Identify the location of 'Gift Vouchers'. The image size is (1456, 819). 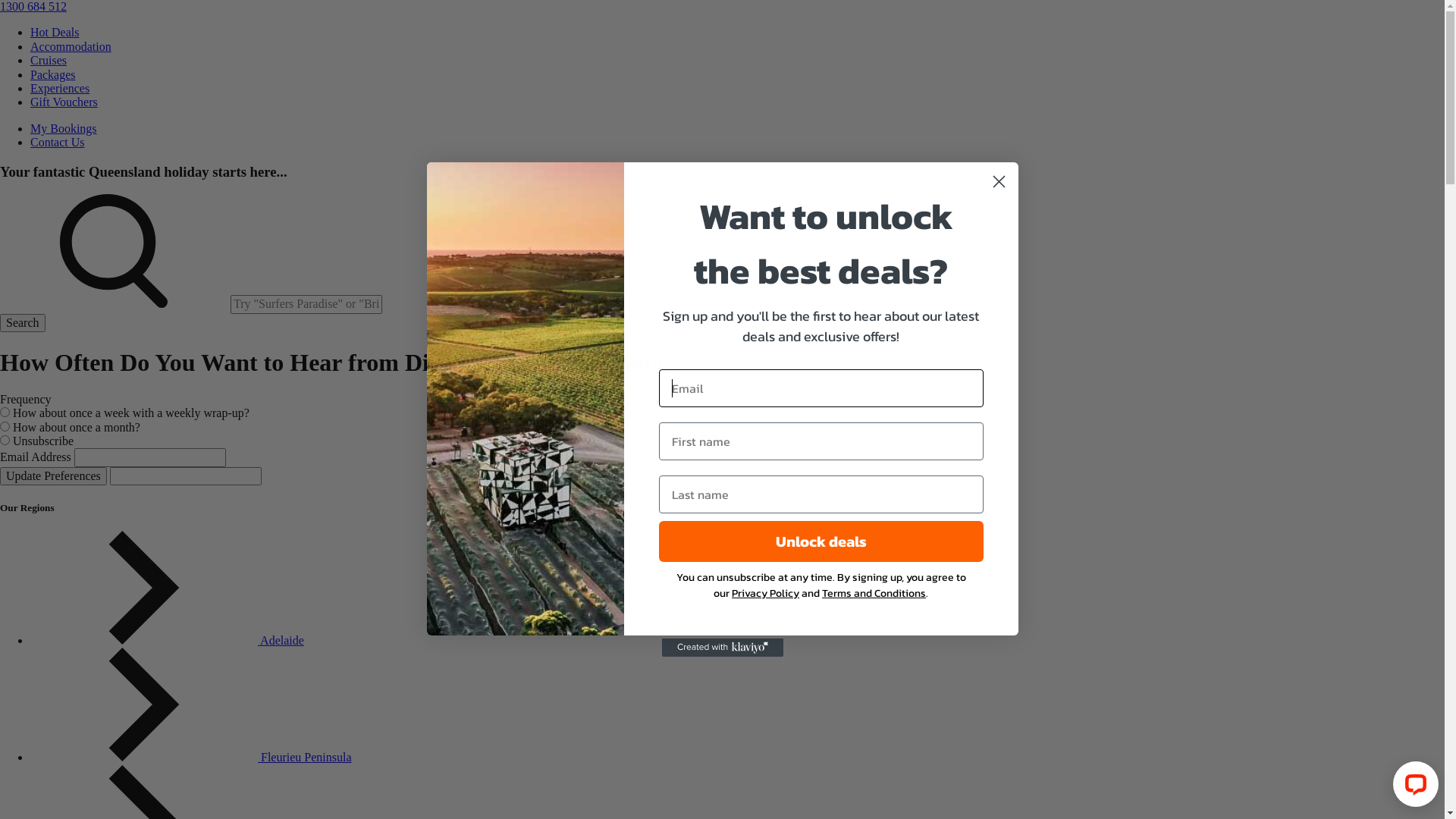
(30, 102).